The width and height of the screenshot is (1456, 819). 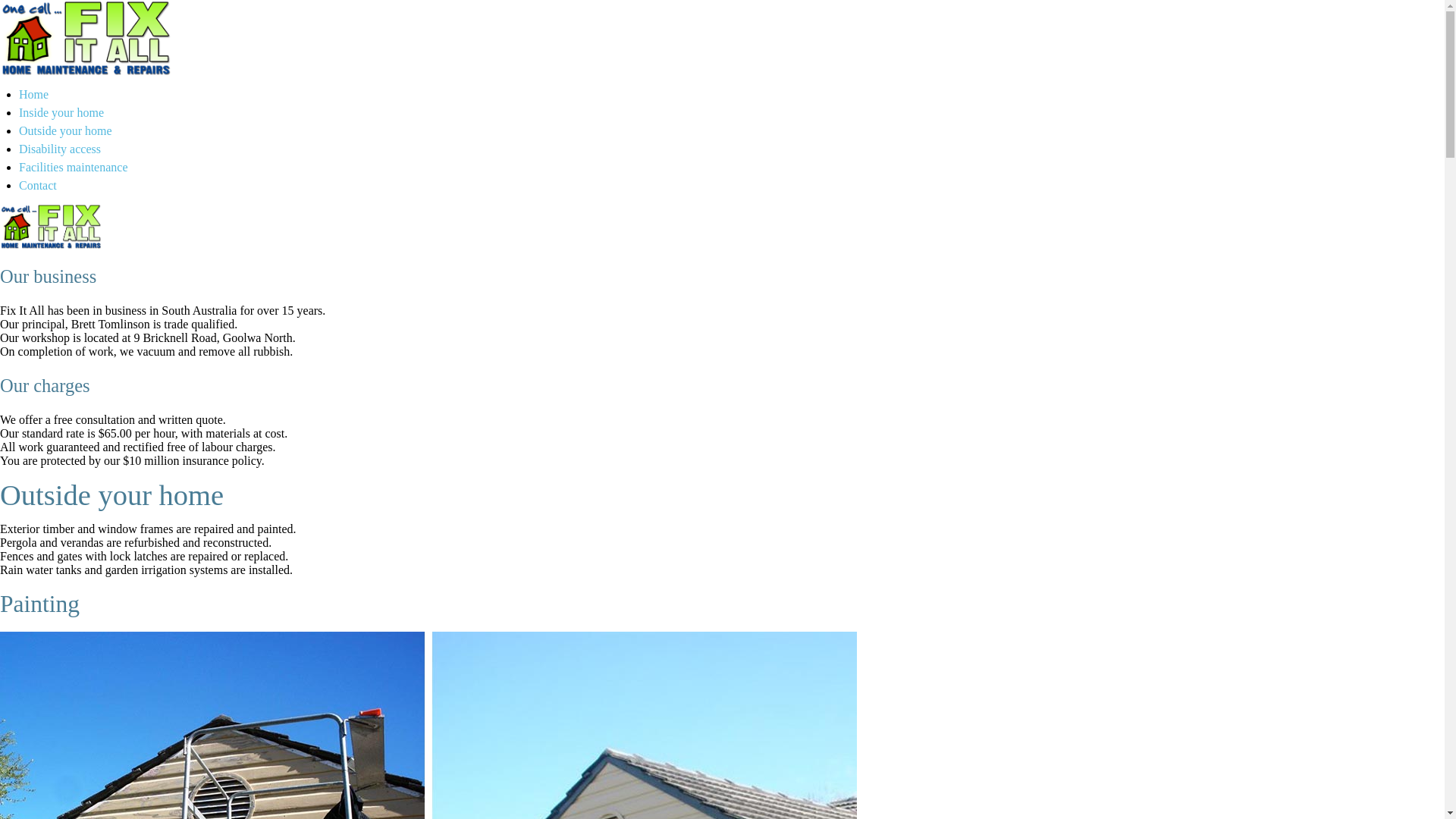 What do you see at coordinates (72, 167) in the screenshot?
I see `'Facilities maintenance'` at bounding box center [72, 167].